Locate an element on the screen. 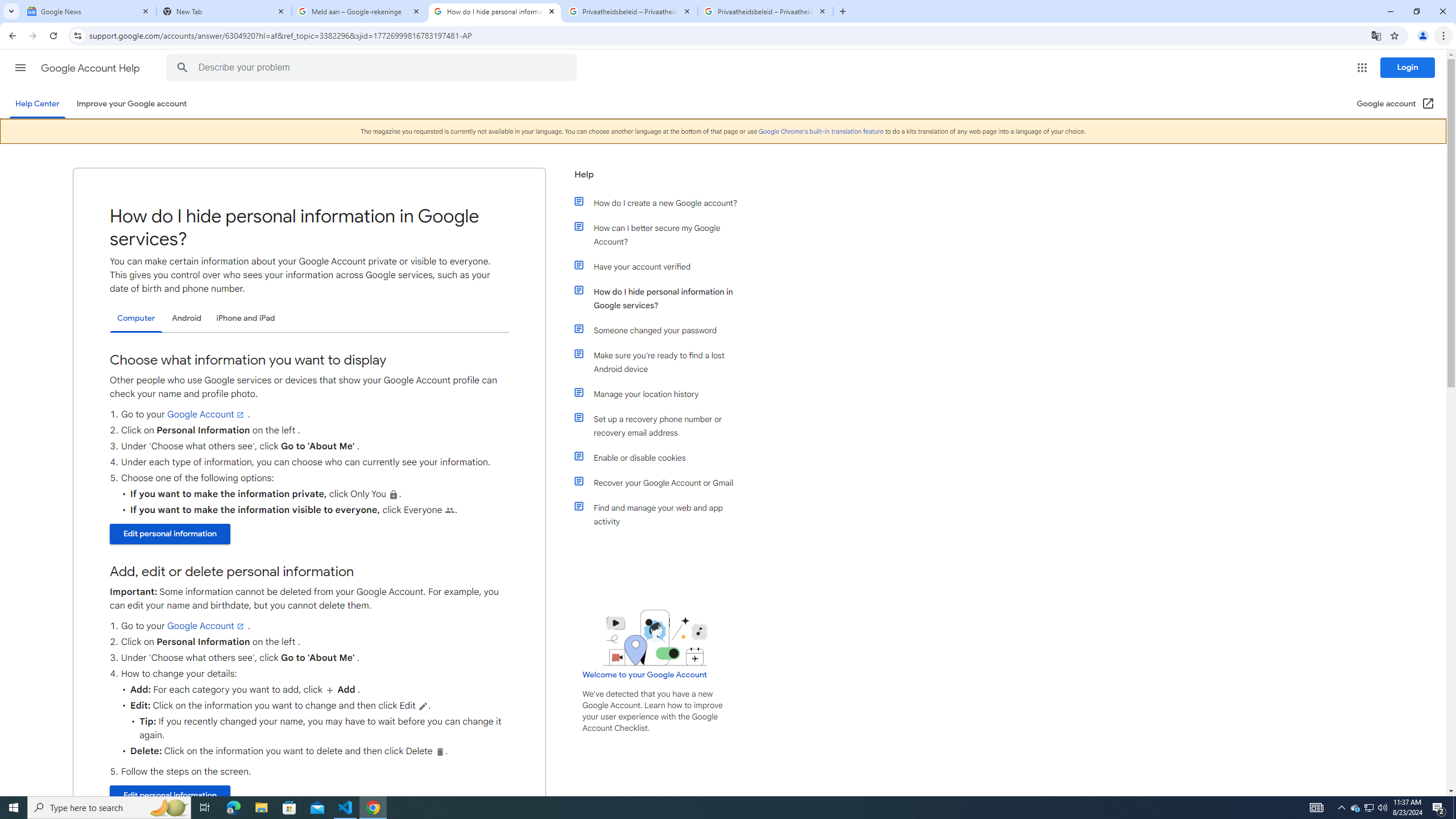 The image size is (1456, 819). 'Set up a recovery phone number or recovery email address' is located at coordinates (661, 425).